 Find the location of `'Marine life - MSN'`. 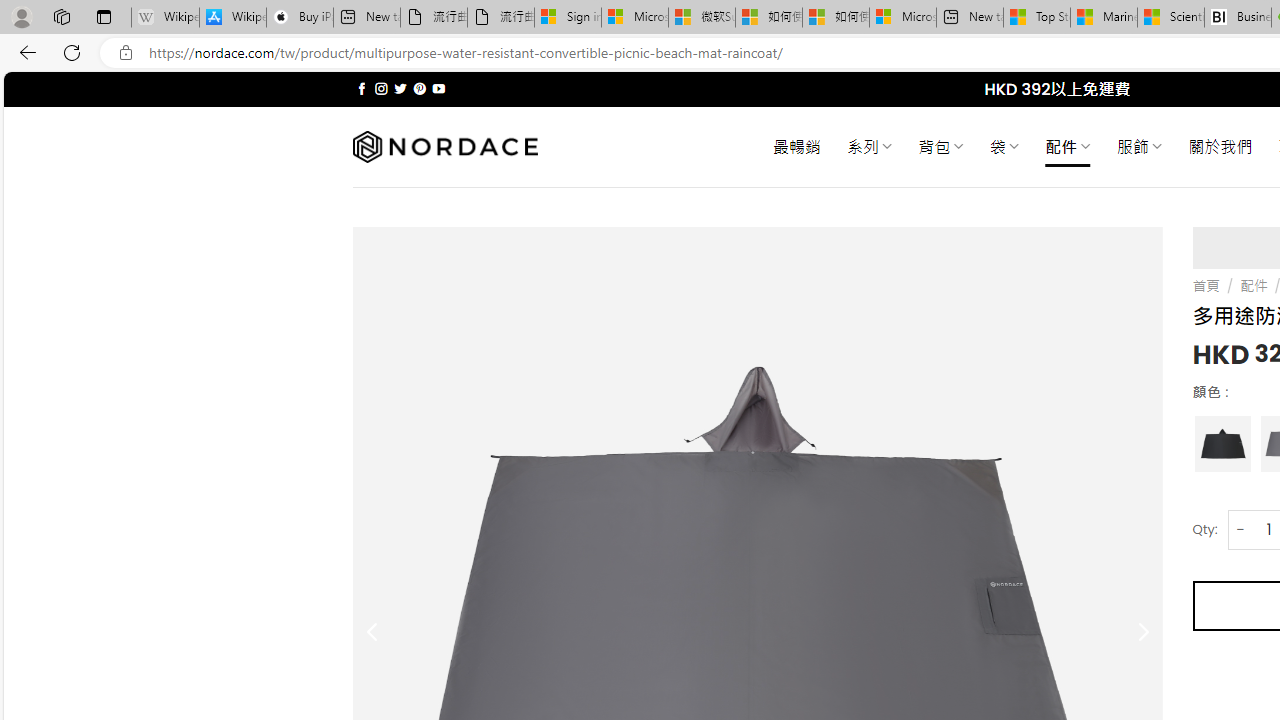

'Marine life - MSN' is located at coordinates (1103, 17).